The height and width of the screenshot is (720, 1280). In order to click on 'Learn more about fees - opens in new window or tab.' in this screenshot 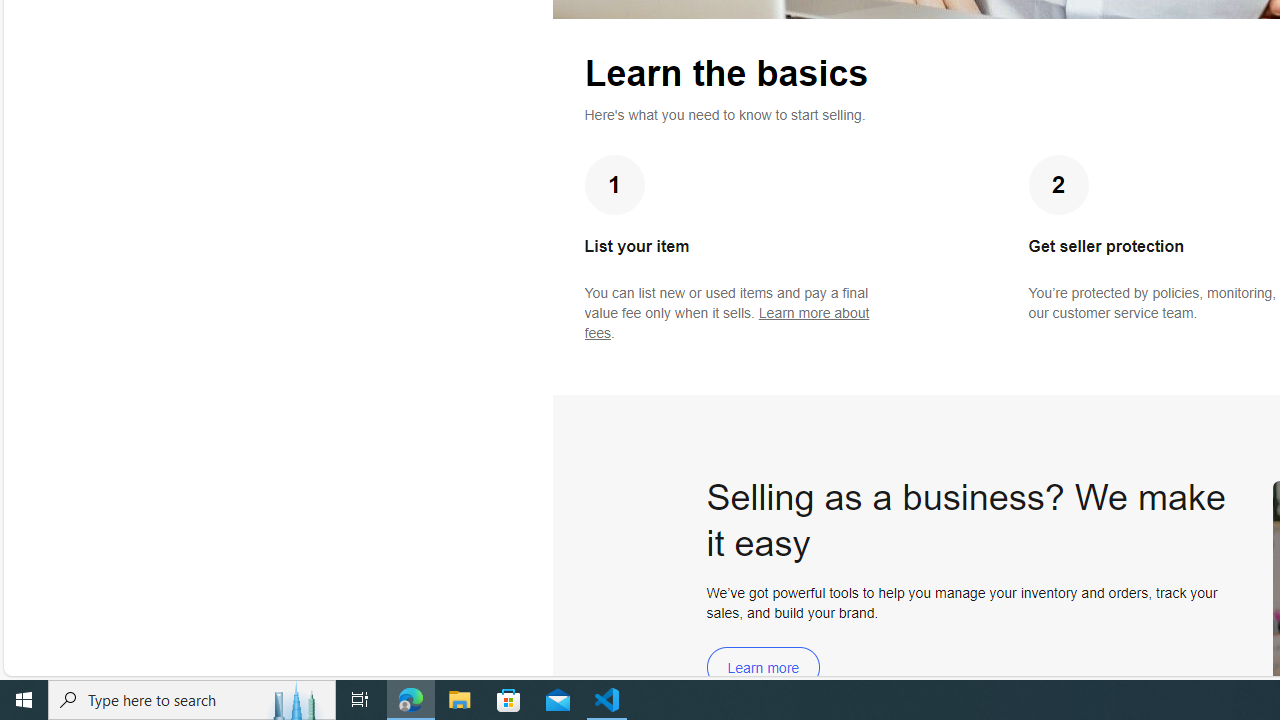, I will do `click(726, 322)`.